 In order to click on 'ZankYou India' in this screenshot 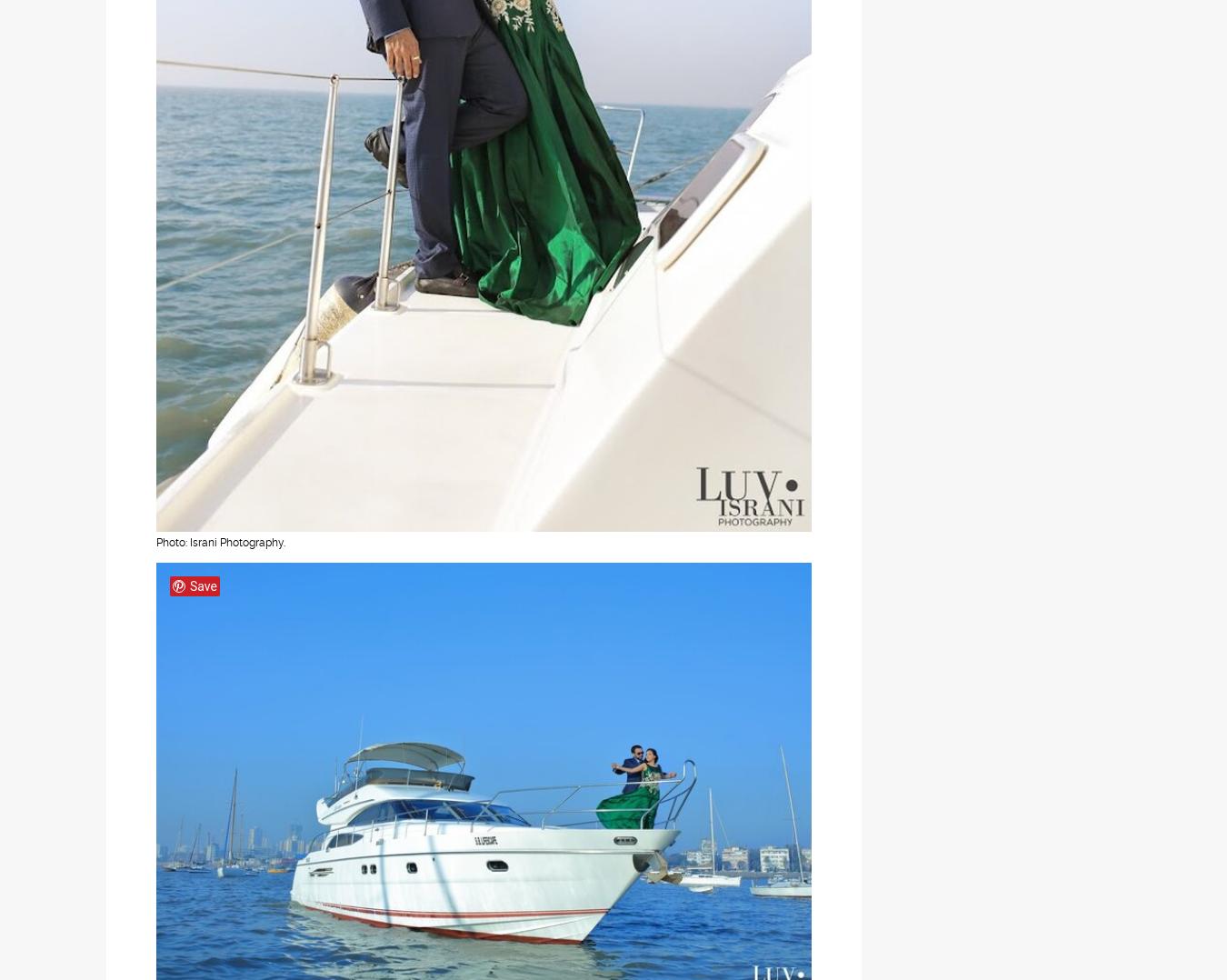, I will do `click(534, 575)`.